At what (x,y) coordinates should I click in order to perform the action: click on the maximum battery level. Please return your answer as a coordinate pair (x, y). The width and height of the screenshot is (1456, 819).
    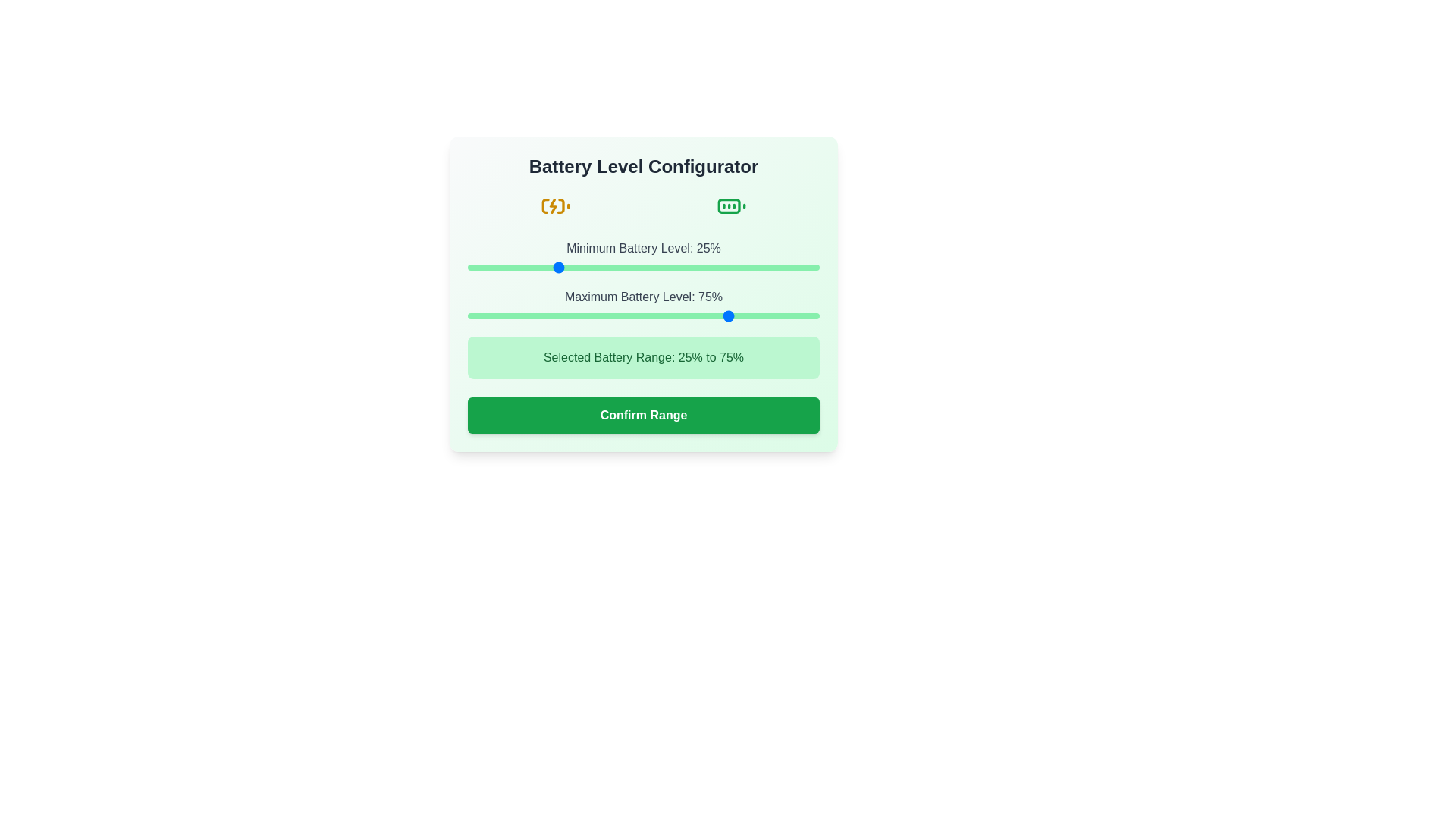
    Looking at the image, I should click on (801, 315).